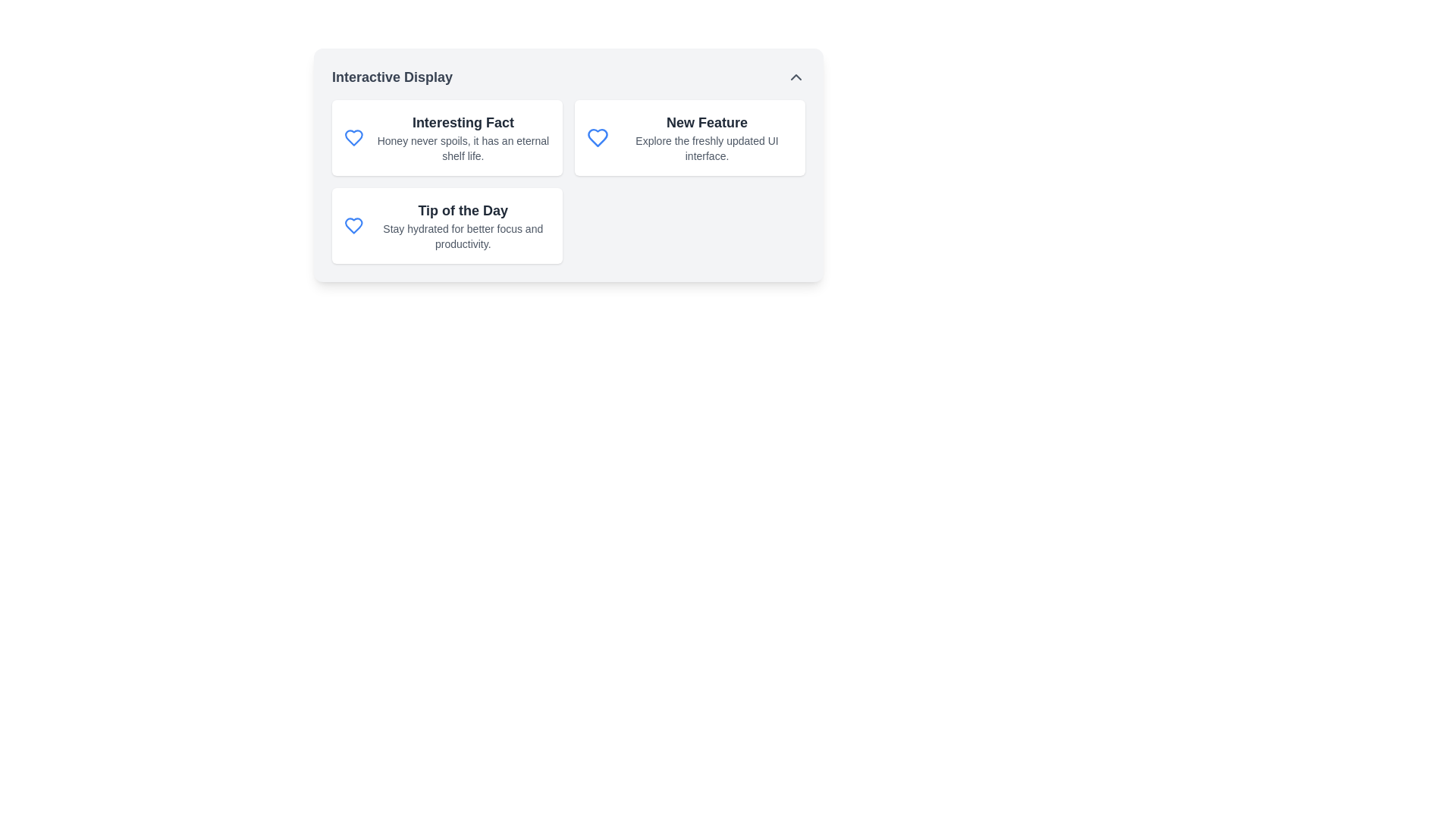 The image size is (1456, 819). Describe the element at coordinates (597, 137) in the screenshot. I see `the blue heart-shaped SVG icon located in the top-right card titled 'New Feature' that contains the text 'Explore the freshly updated UI interface.'` at that location.